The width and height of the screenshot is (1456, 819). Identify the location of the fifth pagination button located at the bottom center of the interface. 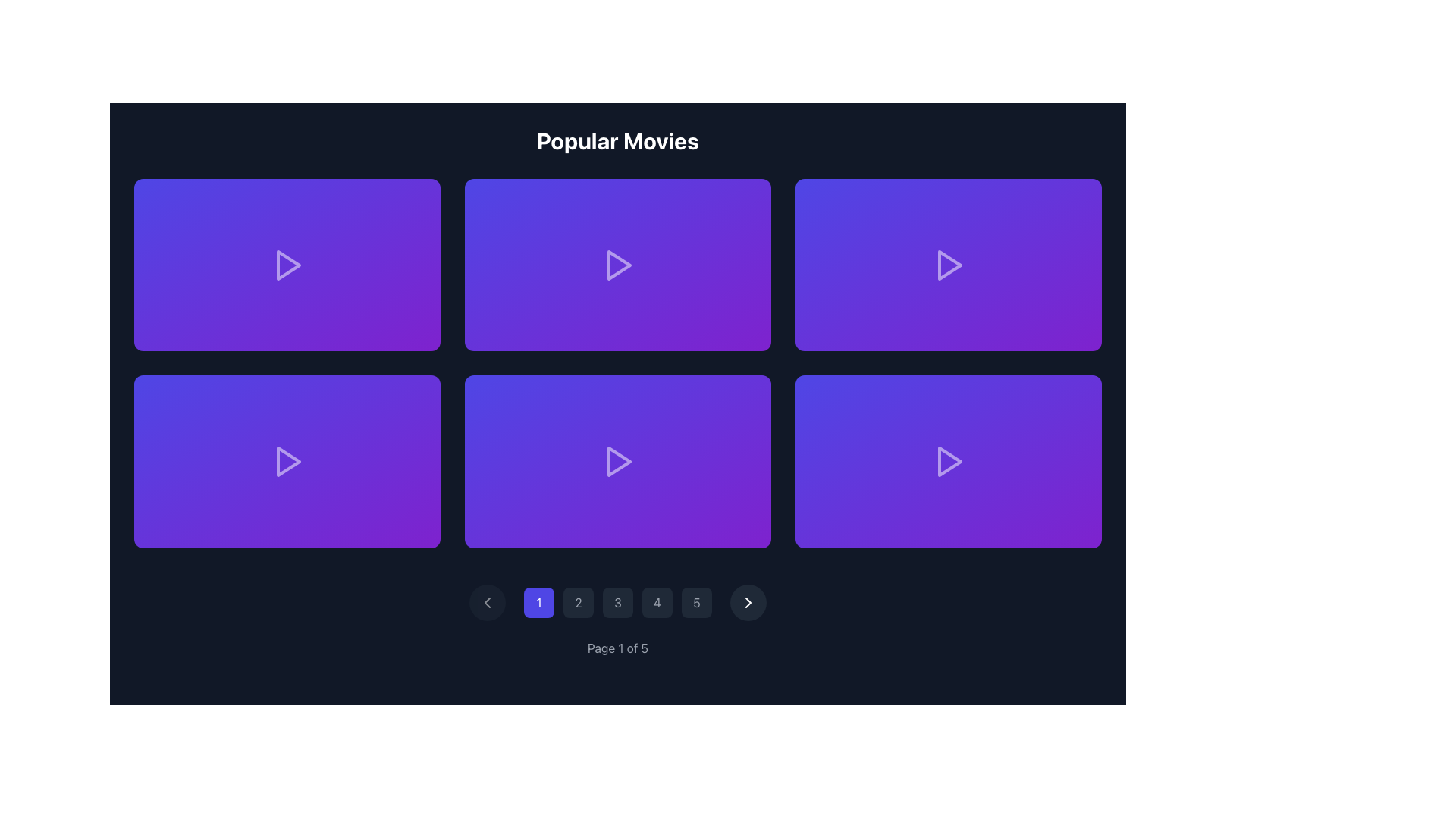
(695, 601).